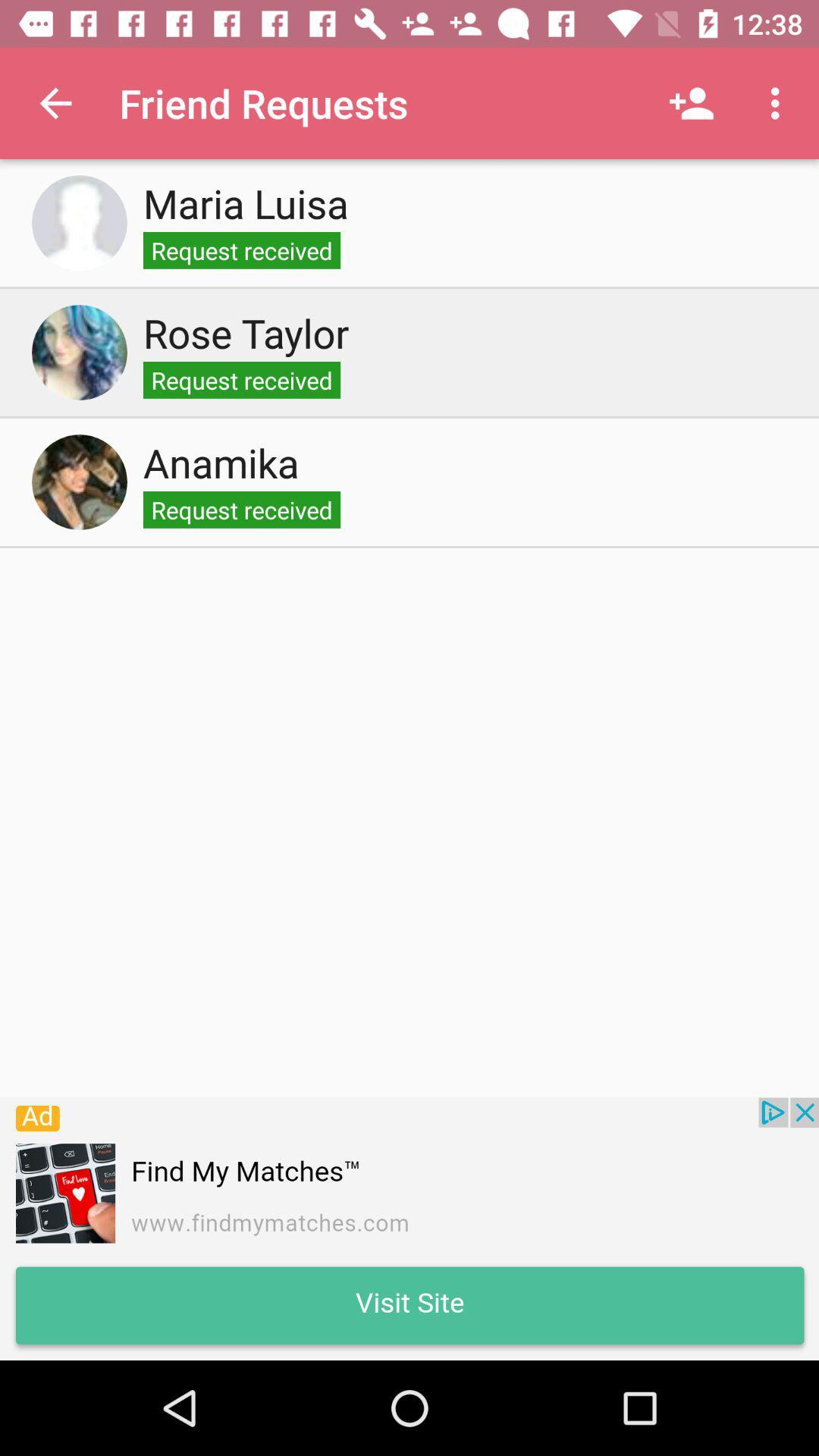 The image size is (819, 1456). What do you see at coordinates (79, 352) in the screenshot?
I see `contact profile selection` at bounding box center [79, 352].